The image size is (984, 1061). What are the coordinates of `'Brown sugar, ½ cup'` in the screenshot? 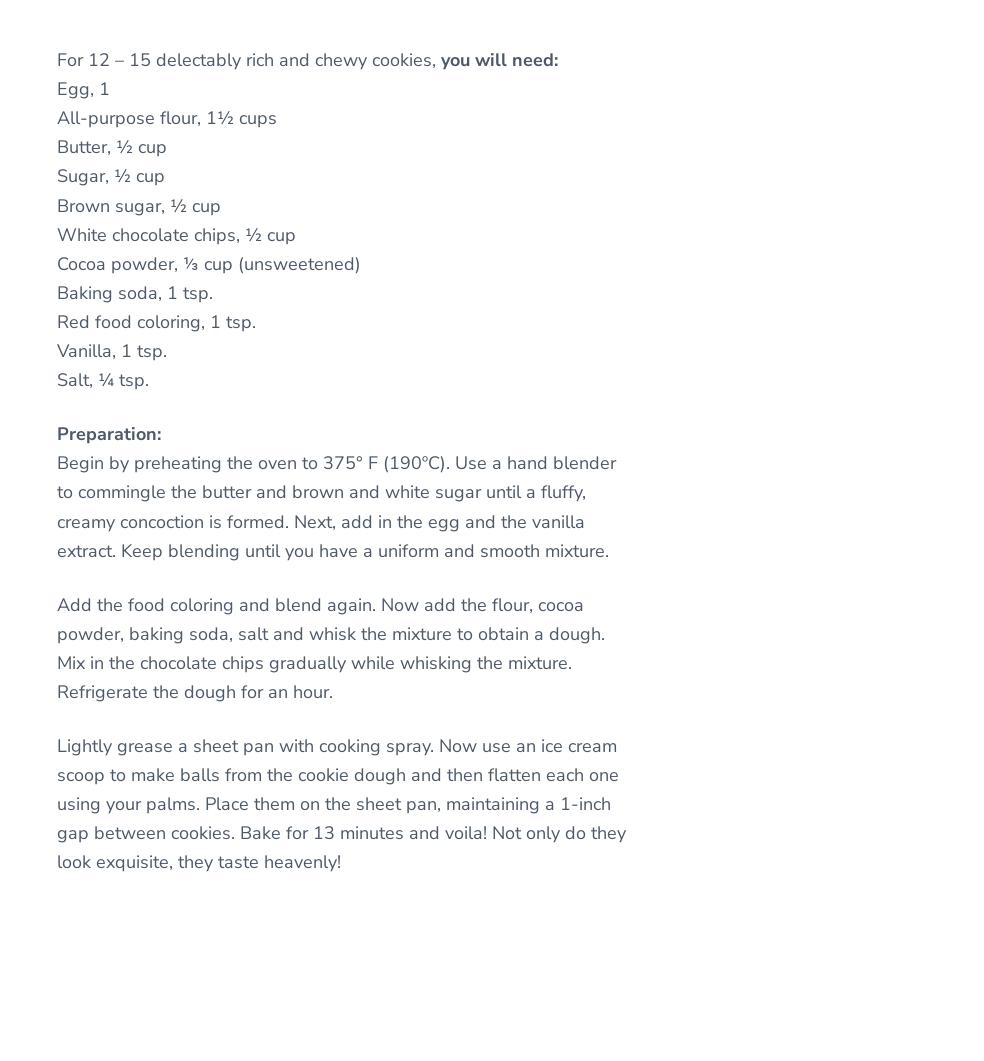 It's located at (139, 203).